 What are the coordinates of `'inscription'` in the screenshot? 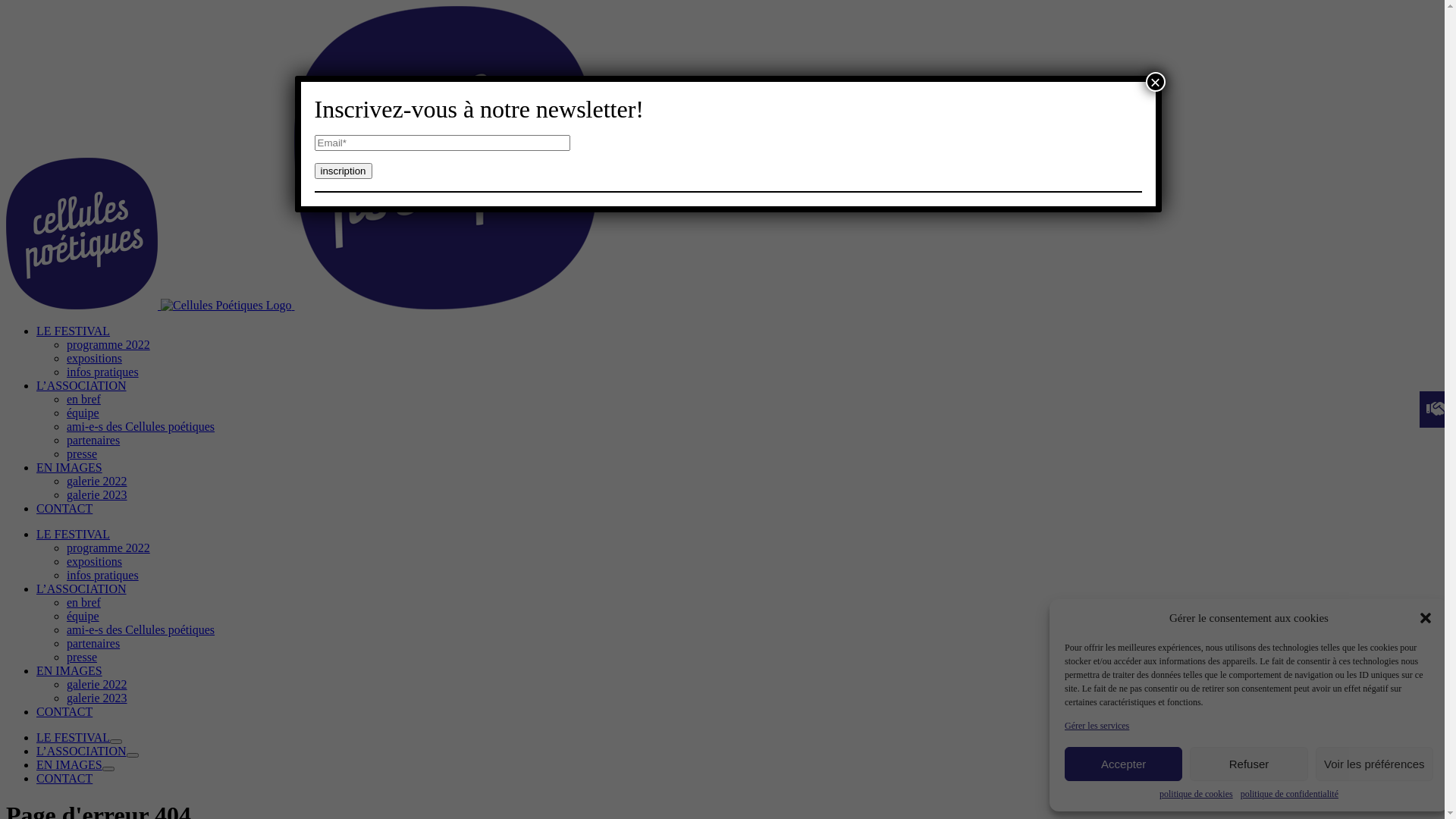 It's located at (341, 171).